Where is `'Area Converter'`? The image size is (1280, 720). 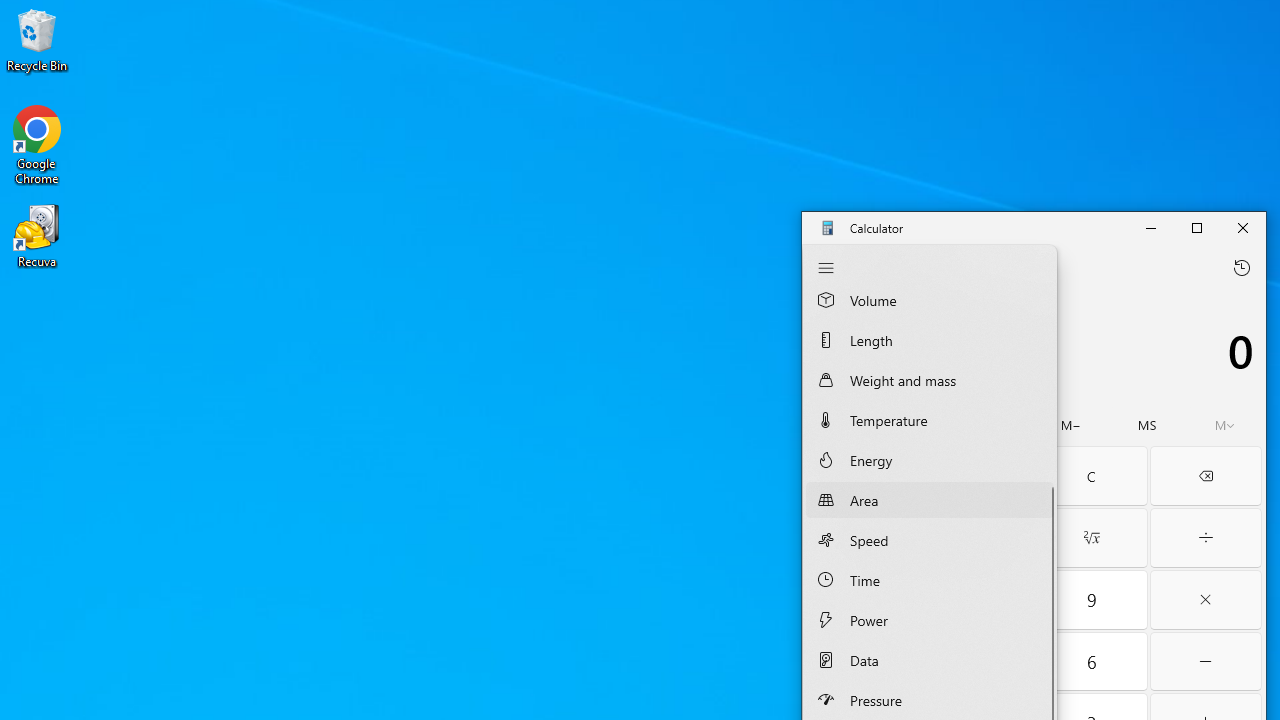
'Area Converter' is located at coordinates (928, 498).